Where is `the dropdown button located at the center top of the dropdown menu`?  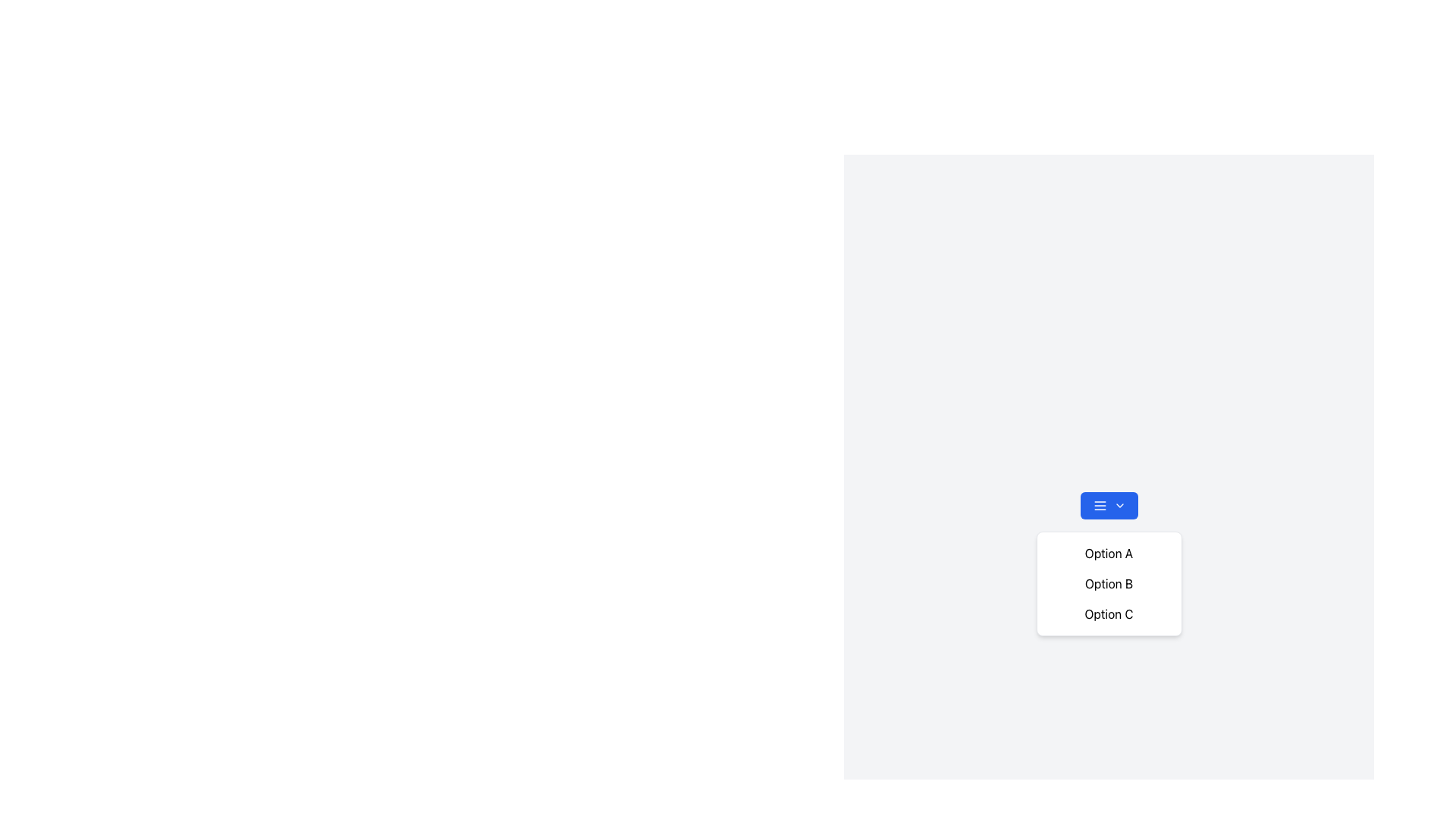
the dropdown button located at the center top of the dropdown menu is located at coordinates (1109, 506).